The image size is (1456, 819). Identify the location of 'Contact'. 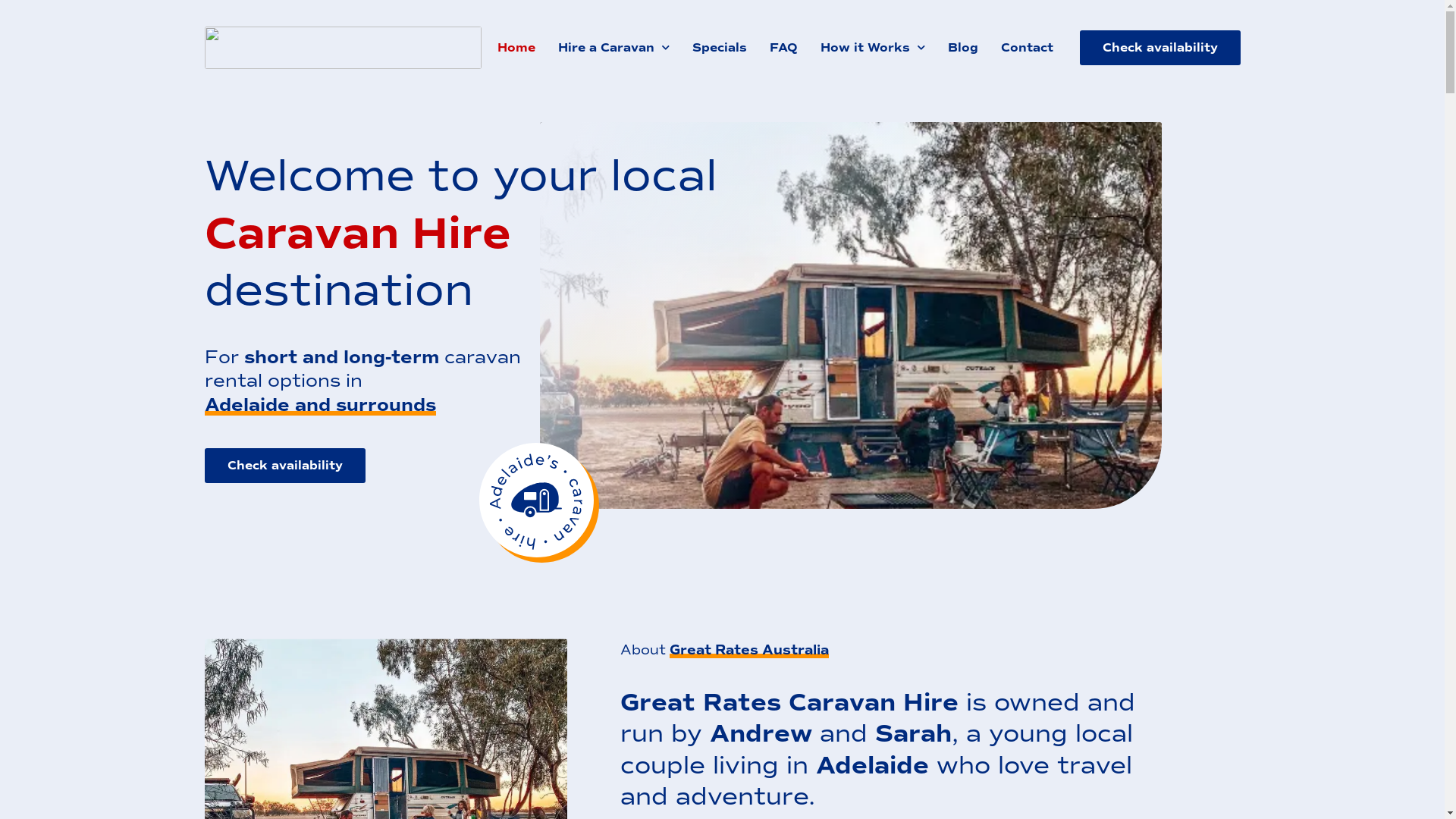
(1026, 46).